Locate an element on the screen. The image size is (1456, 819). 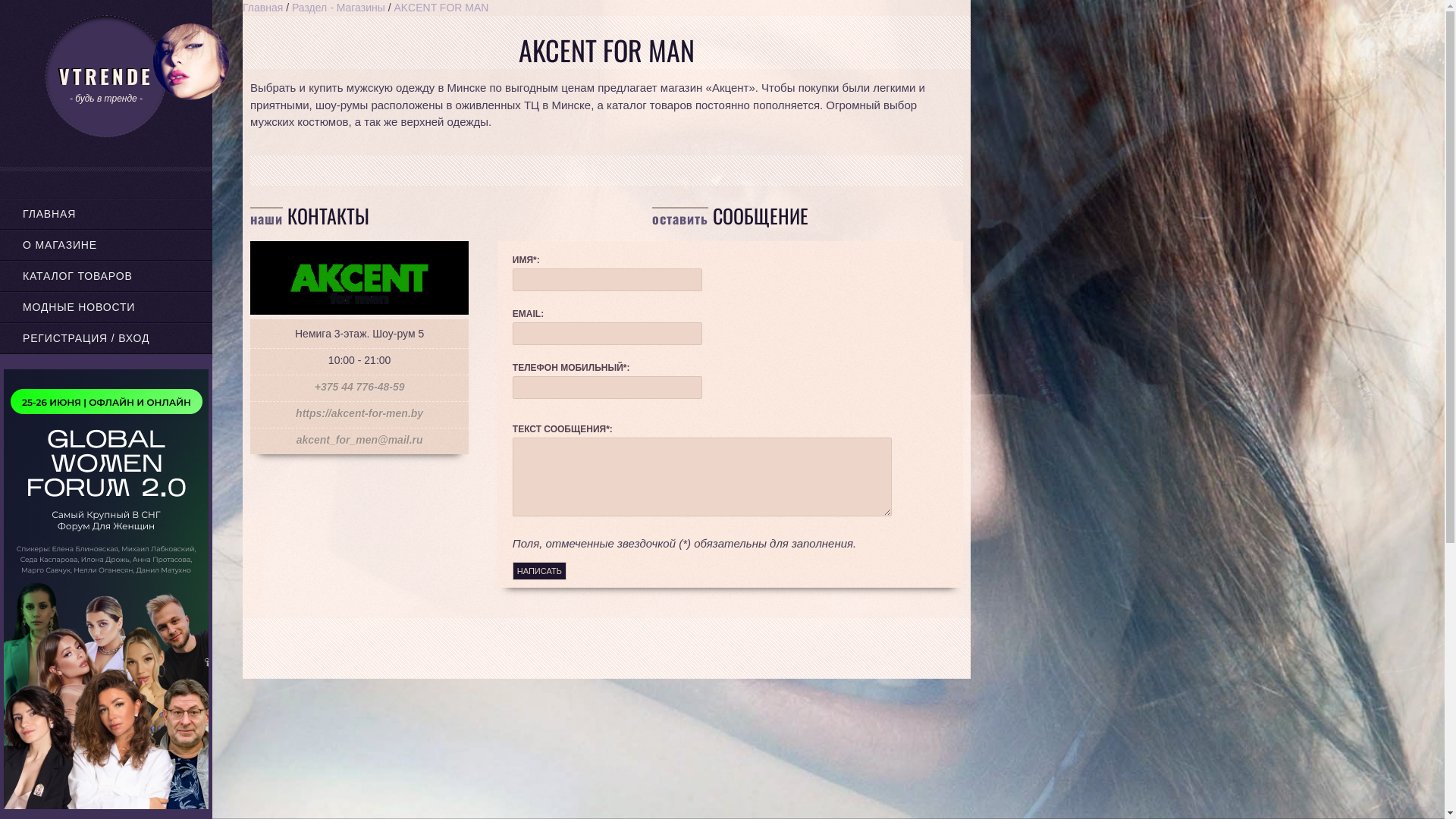
'+375 44 776-48-59' is located at coordinates (359, 385).